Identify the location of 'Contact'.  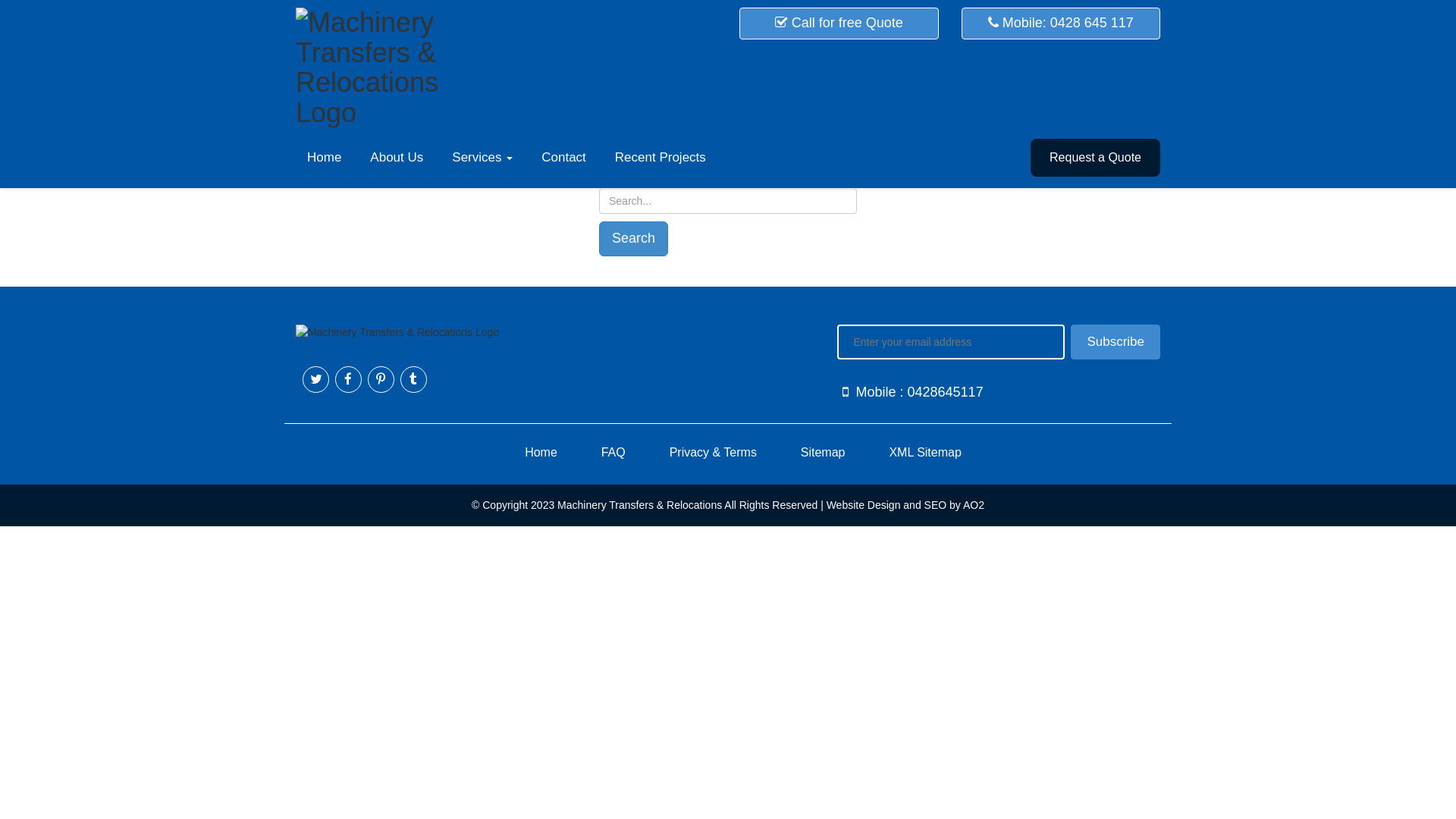
(563, 158).